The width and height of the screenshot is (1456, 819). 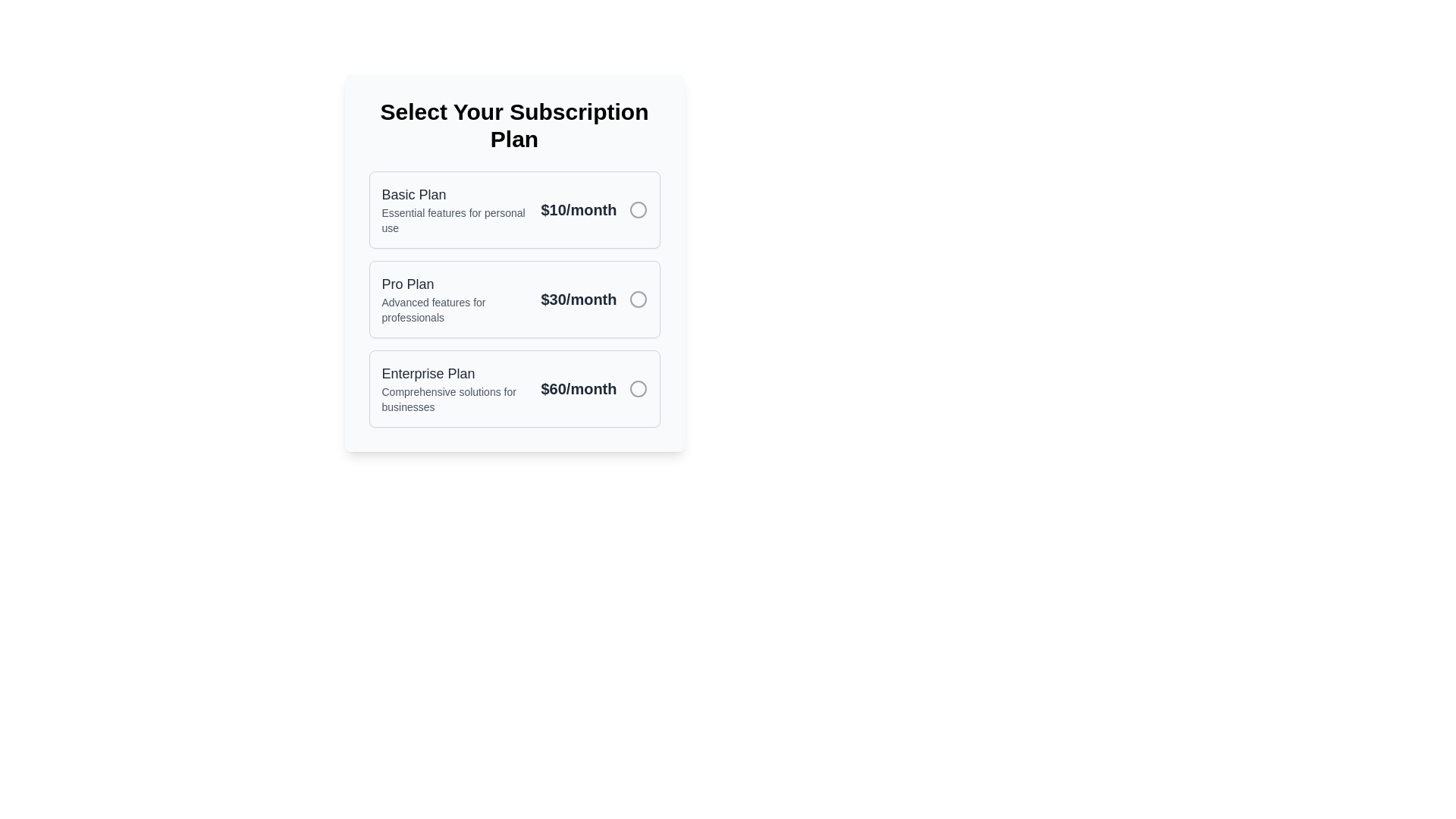 I want to click on the 'Enterprise Plan' text label, which is displayed in a larger, bold font and serves as the title for the associated subscription plan in the third subscription block, so click(x=454, y=374).